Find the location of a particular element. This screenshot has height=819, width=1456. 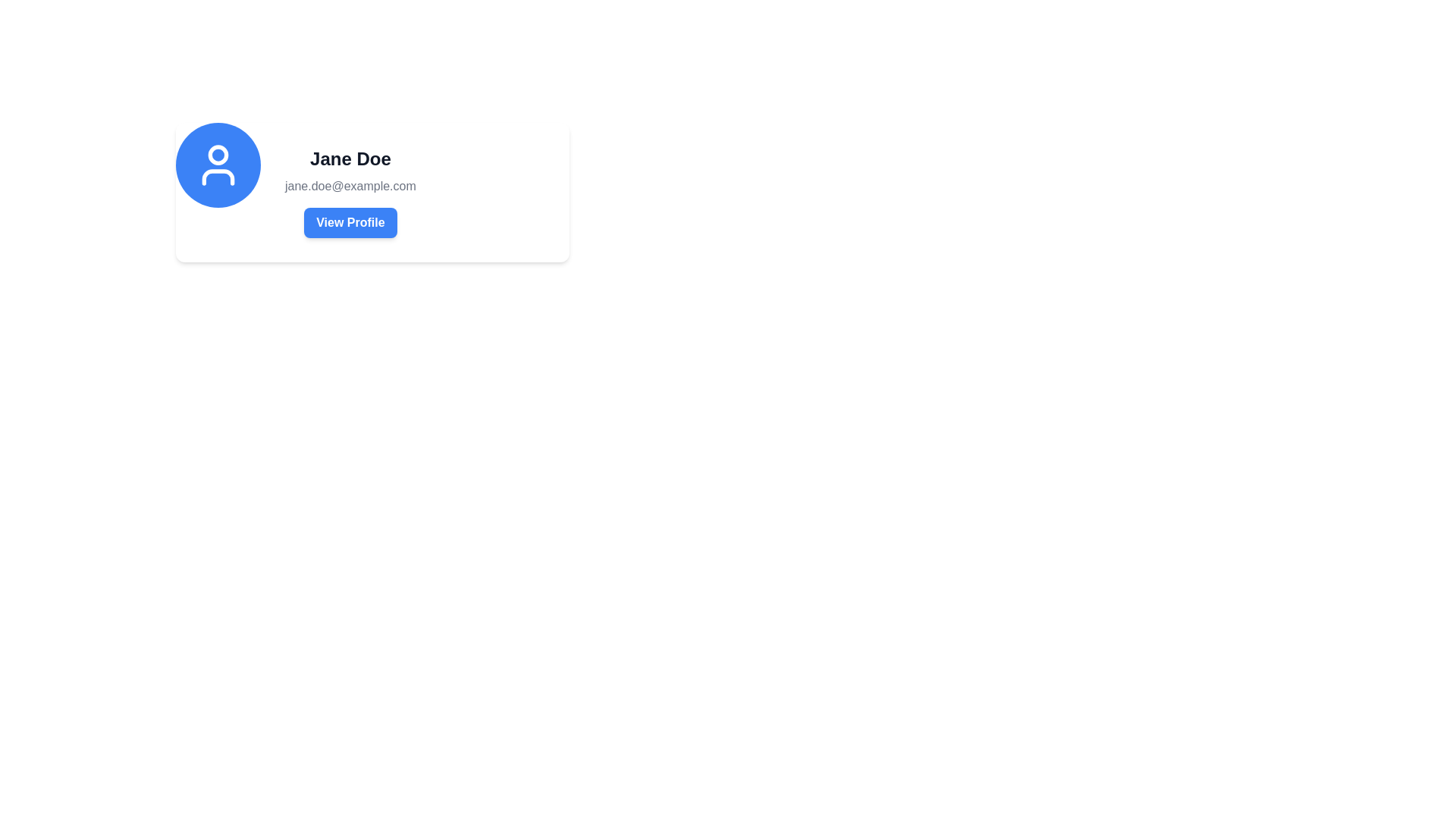

the user profile icon, which is a white icon within a blue circular background is located at coordinates (218, 165).